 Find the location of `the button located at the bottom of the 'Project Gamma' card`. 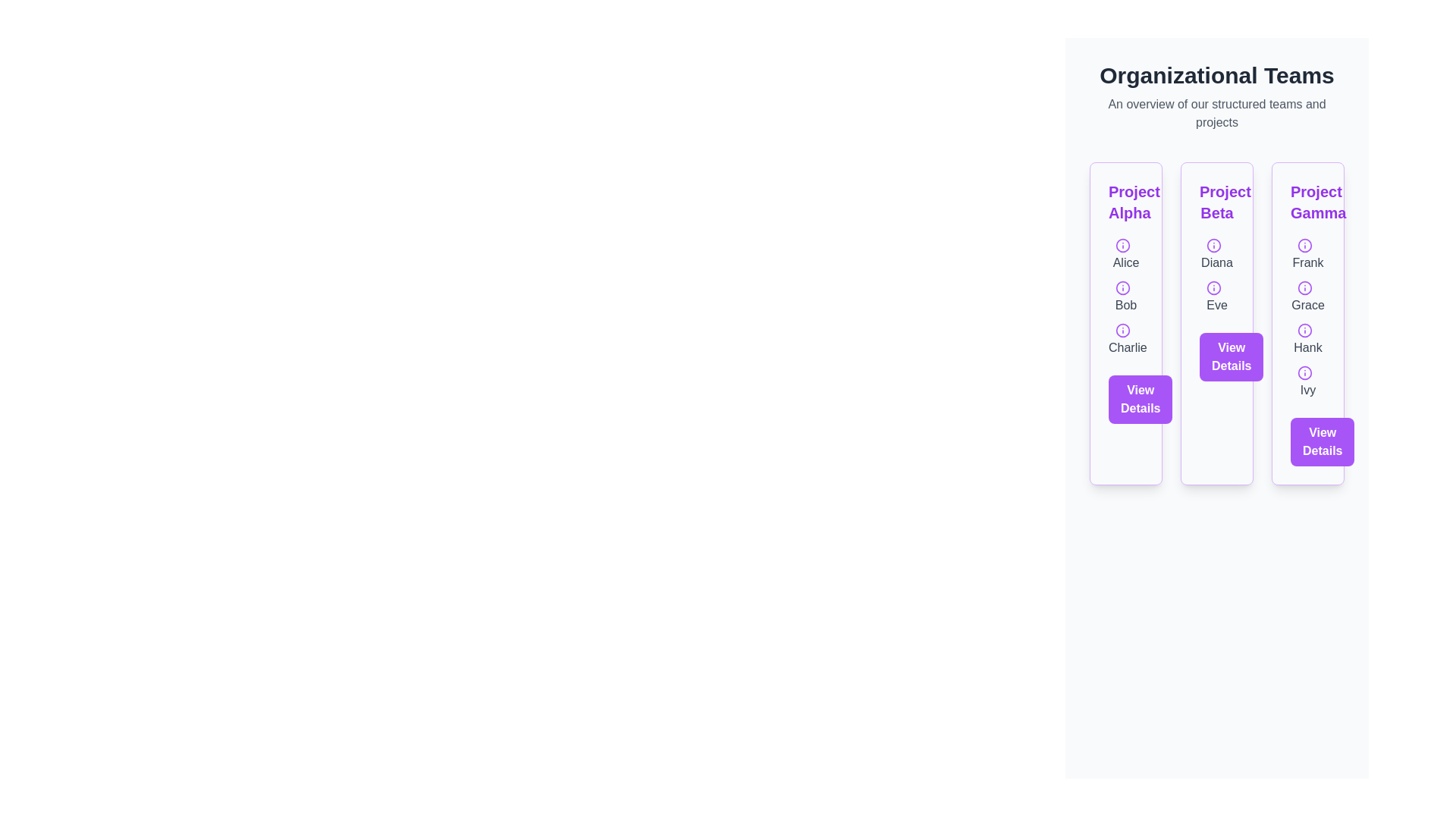

the button located at the bottom of the 'Project Gamma' card is located at coordinates (1321, 441).